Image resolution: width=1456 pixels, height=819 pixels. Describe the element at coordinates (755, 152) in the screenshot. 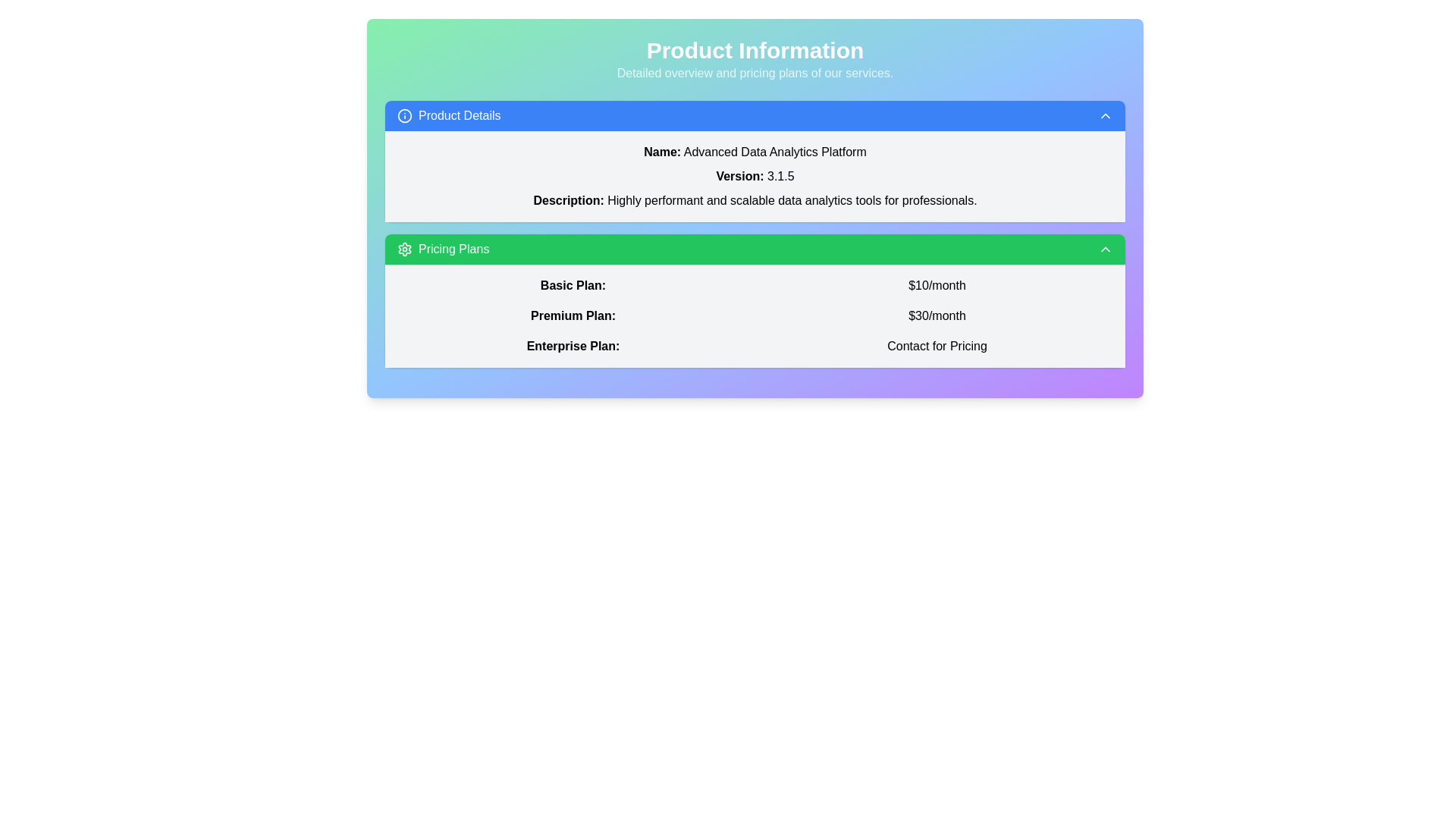

I see `the text label displaying the product name, which is positioned directly beneath the 'Product Details' title and above 'Version: 3.1.5'` at that location.